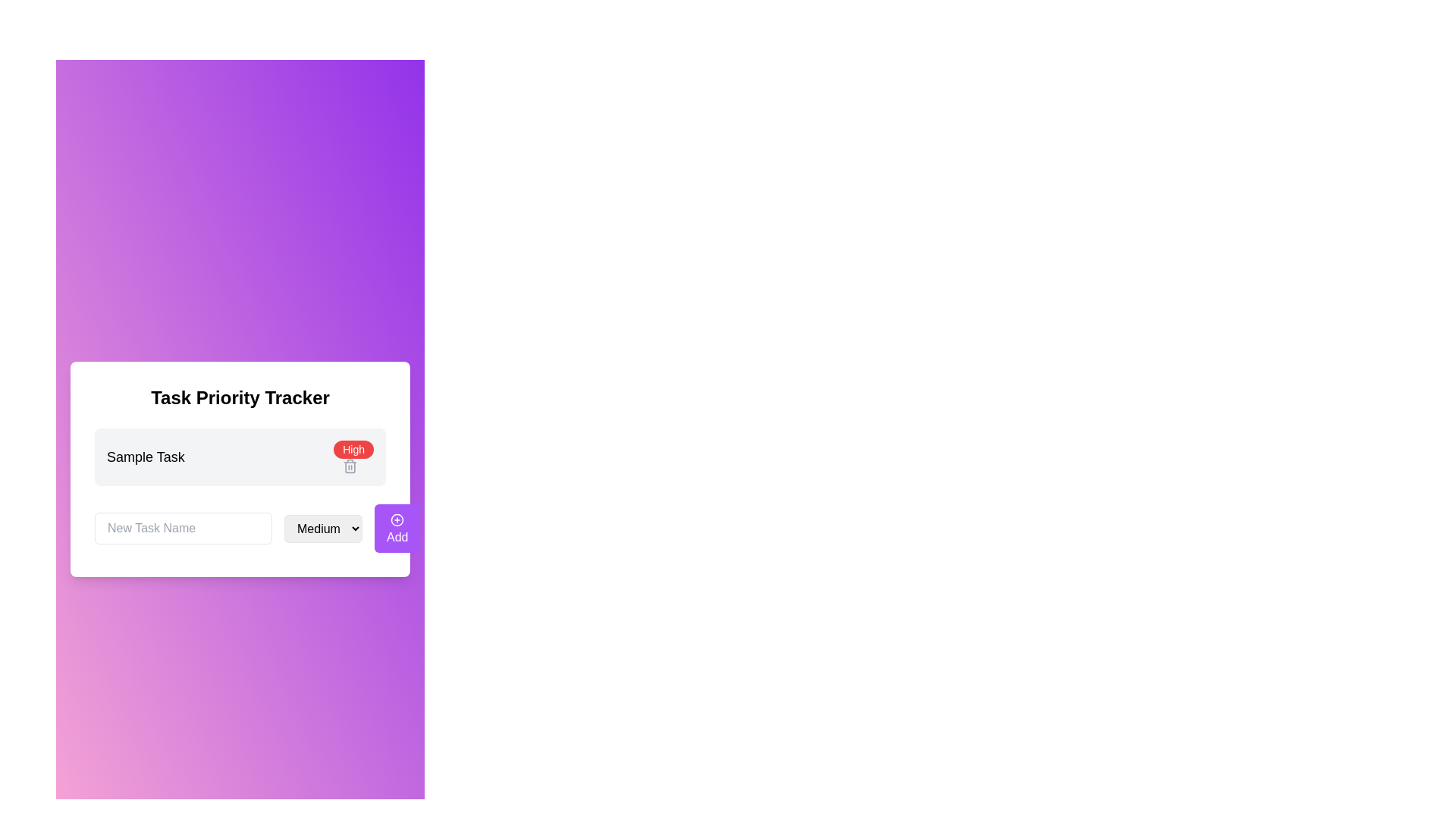 Image resolution: width=1456 pixels, height=819 pixels. I want to click on the delete button icon located to the right of the 'High' priority label within the task card, so click(350, 465).